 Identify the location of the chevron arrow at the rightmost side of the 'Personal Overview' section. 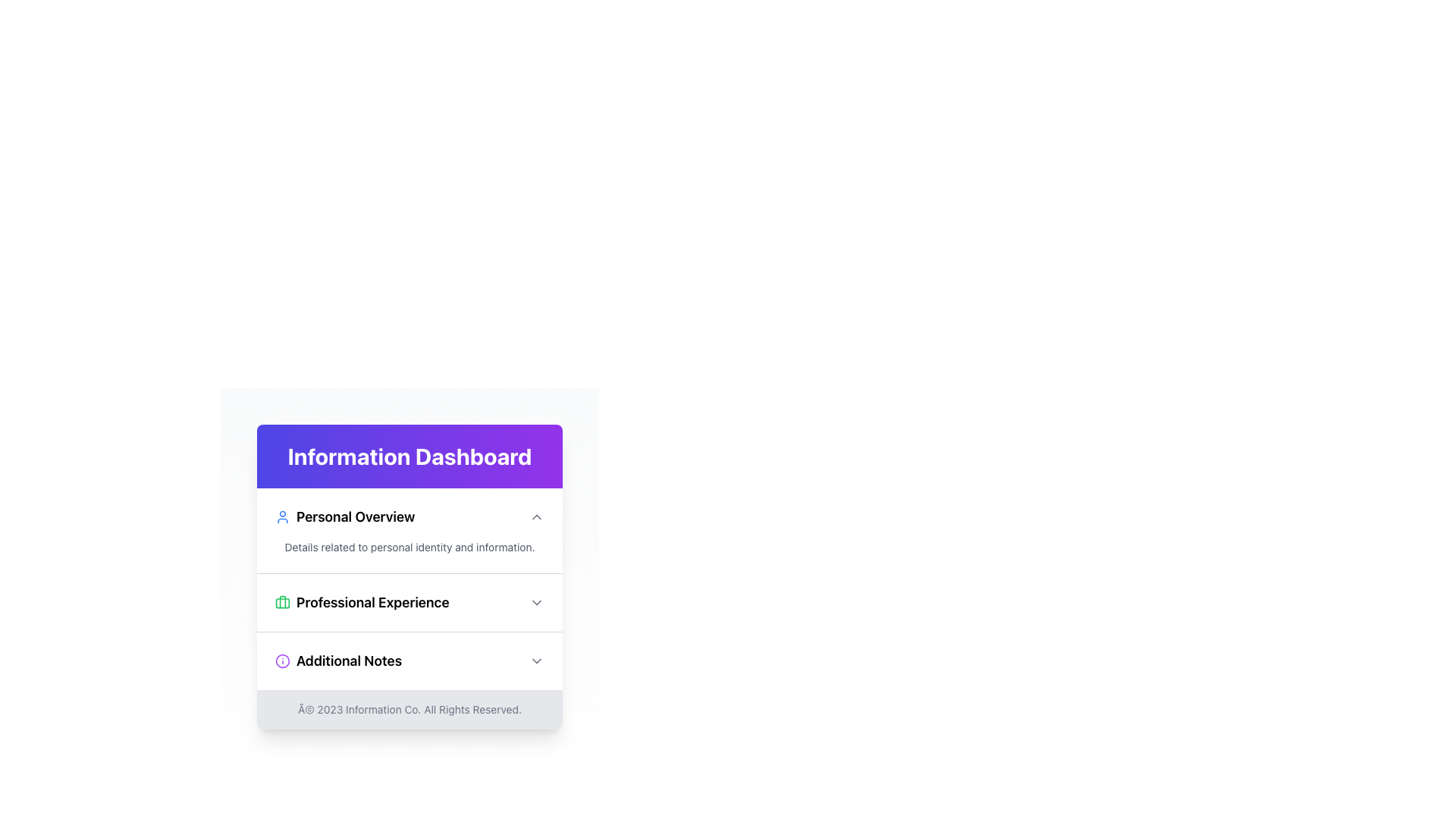
(537, 516).